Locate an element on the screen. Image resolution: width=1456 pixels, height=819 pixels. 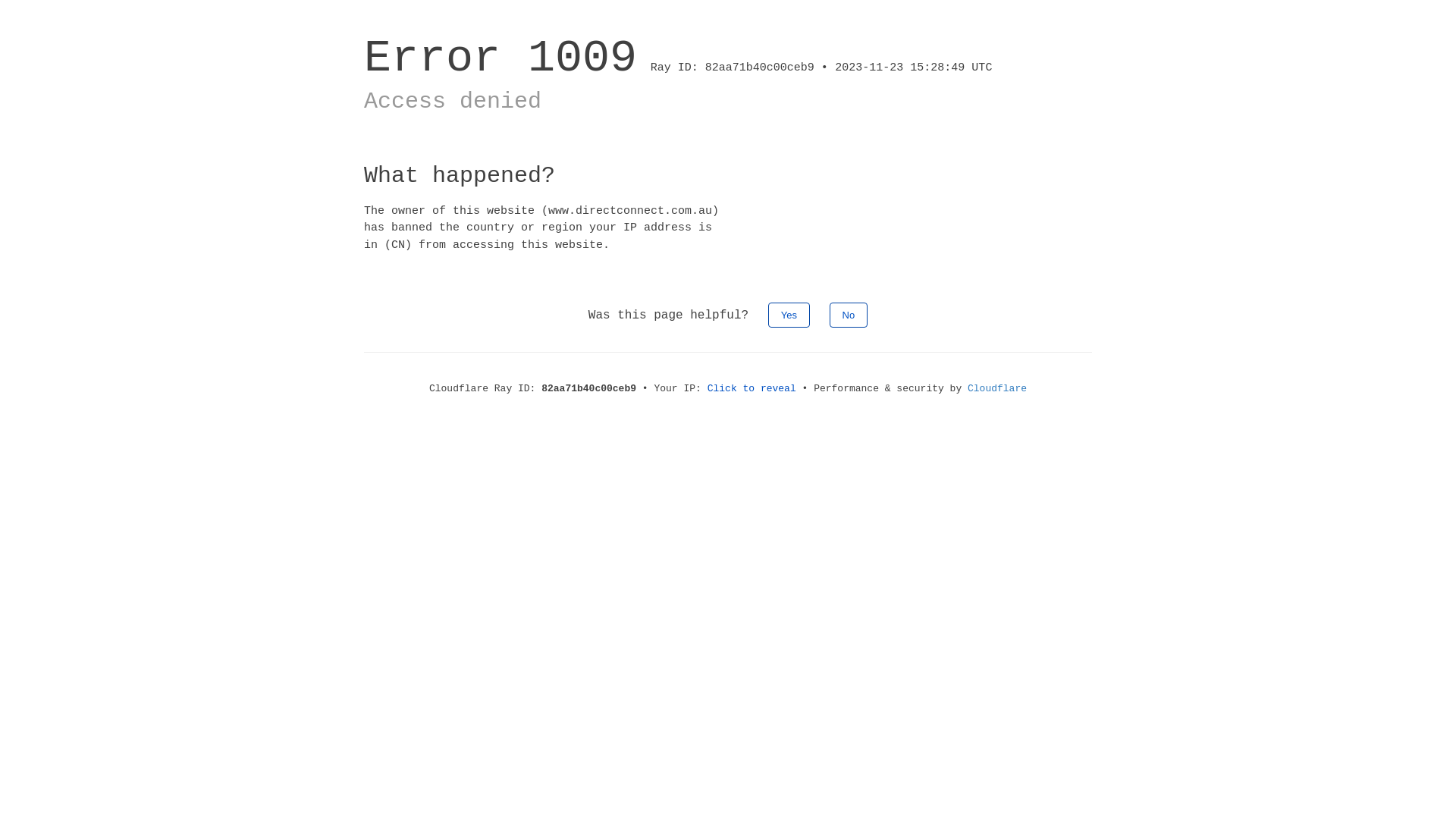
'No' is located at coordinates (848, 314).